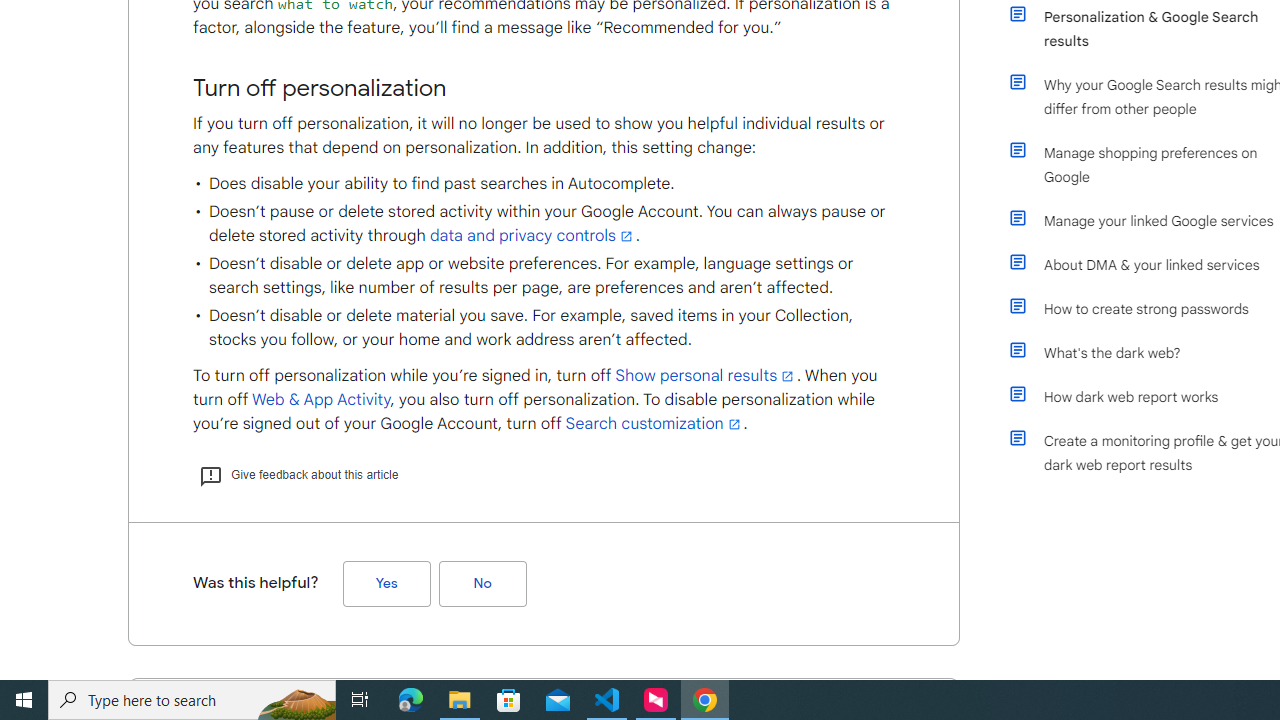 This screenshot has height=720, width=1280. Describe the element at coordinates (482, 583) in the screenshot. I see `'No (Was this helpful?)'` at that location.